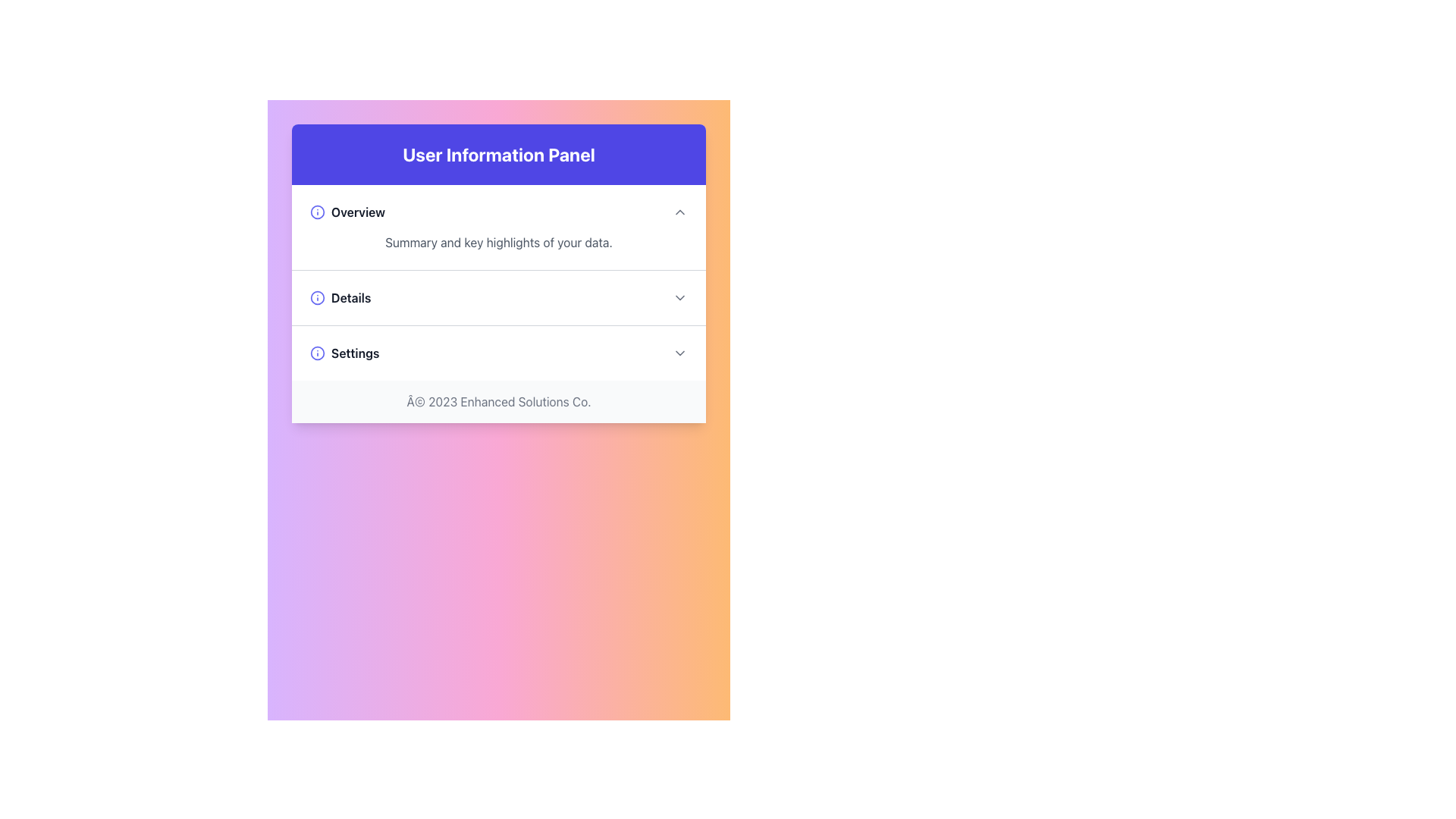 The width and height of the screenshot is (1456, 819). I want to click on the upward-pointing chevron icon with a gray color and rounded outline located in the 'Overview' section, so click(679, 212).